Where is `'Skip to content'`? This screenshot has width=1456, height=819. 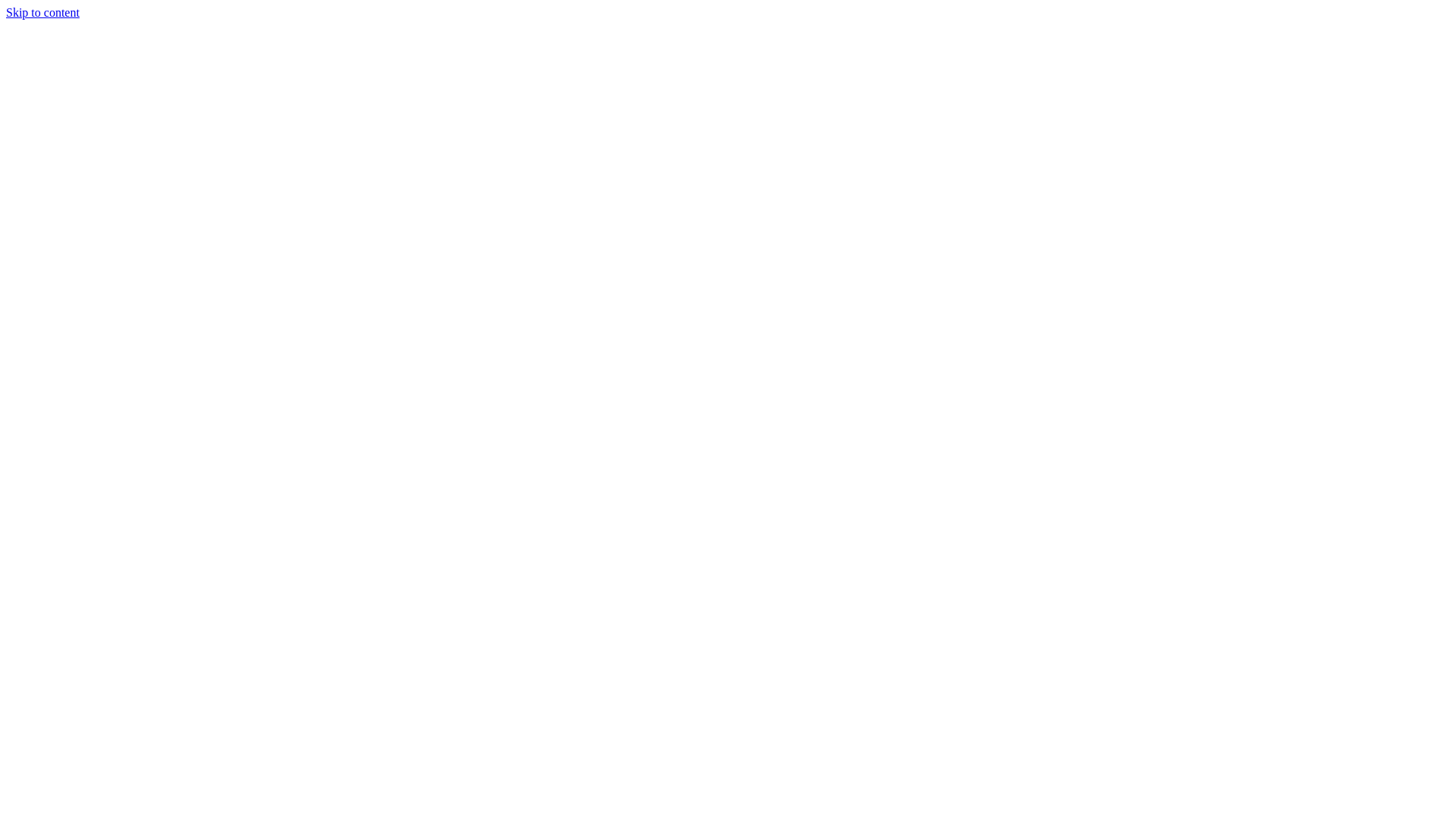 'Skip to content' is located at coordinates (42, 12).